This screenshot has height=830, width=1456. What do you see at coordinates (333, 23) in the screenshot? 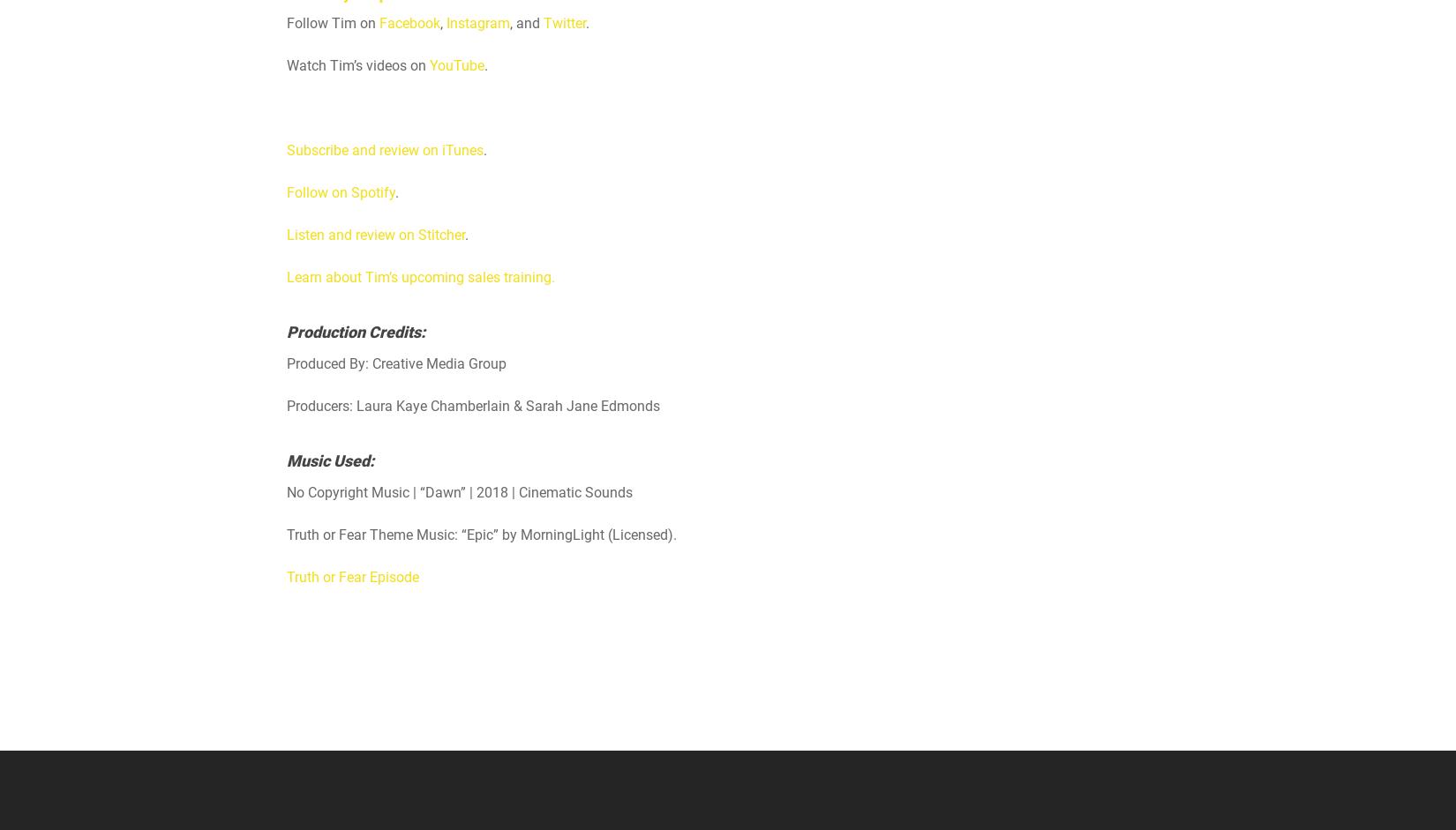
I see `'Follow Tim on'` at bounding box center [333, 23].